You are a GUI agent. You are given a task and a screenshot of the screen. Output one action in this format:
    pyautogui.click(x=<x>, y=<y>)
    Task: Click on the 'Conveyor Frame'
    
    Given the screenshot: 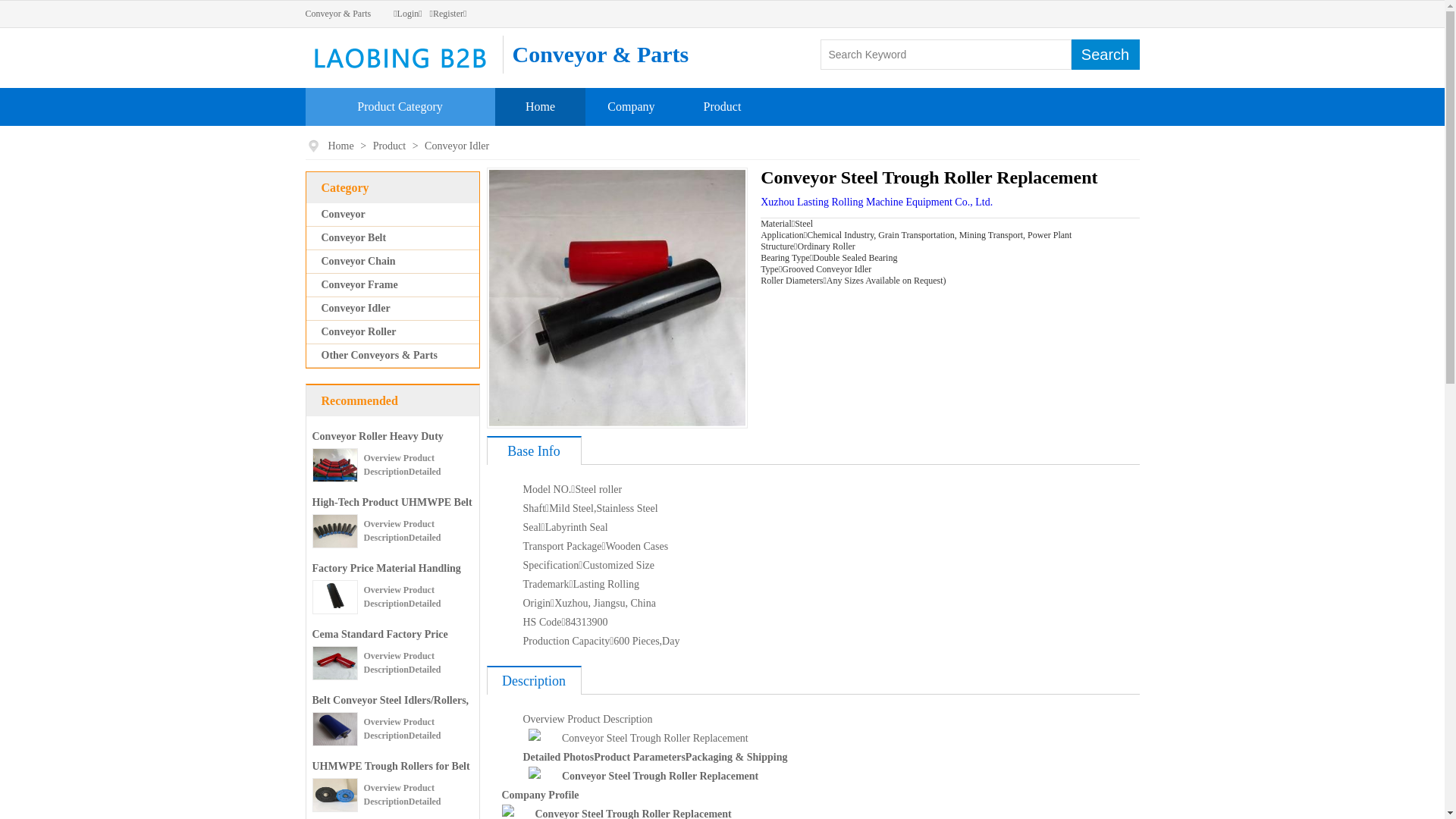 What is the action you would take?
    pyautogui.click(x=359, y=284)
    